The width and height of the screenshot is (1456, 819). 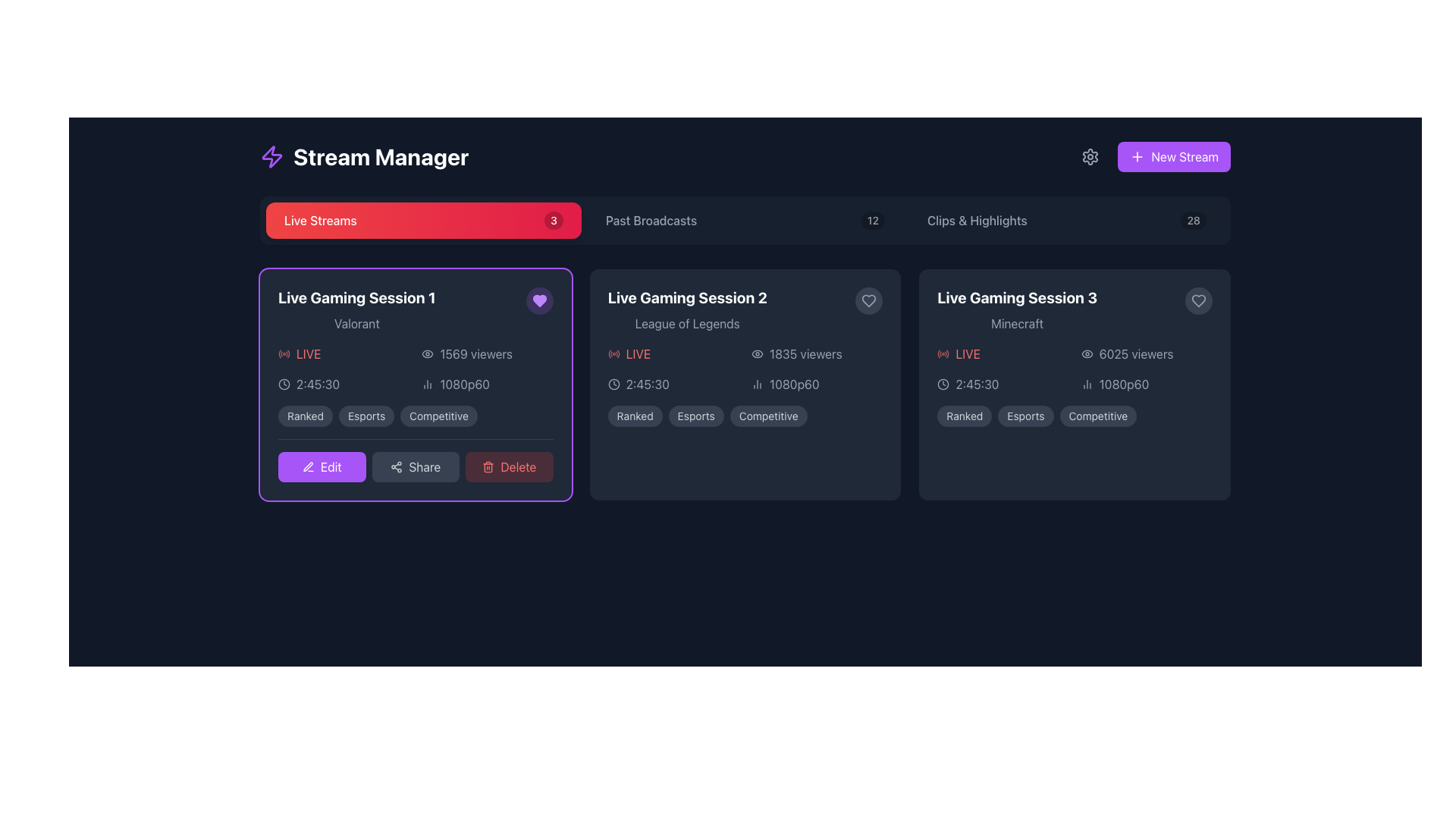 I want to click on header details of the live gaming session card, located in the second card from the left within the 'Live Streams' section, so click(x=745, y=309).